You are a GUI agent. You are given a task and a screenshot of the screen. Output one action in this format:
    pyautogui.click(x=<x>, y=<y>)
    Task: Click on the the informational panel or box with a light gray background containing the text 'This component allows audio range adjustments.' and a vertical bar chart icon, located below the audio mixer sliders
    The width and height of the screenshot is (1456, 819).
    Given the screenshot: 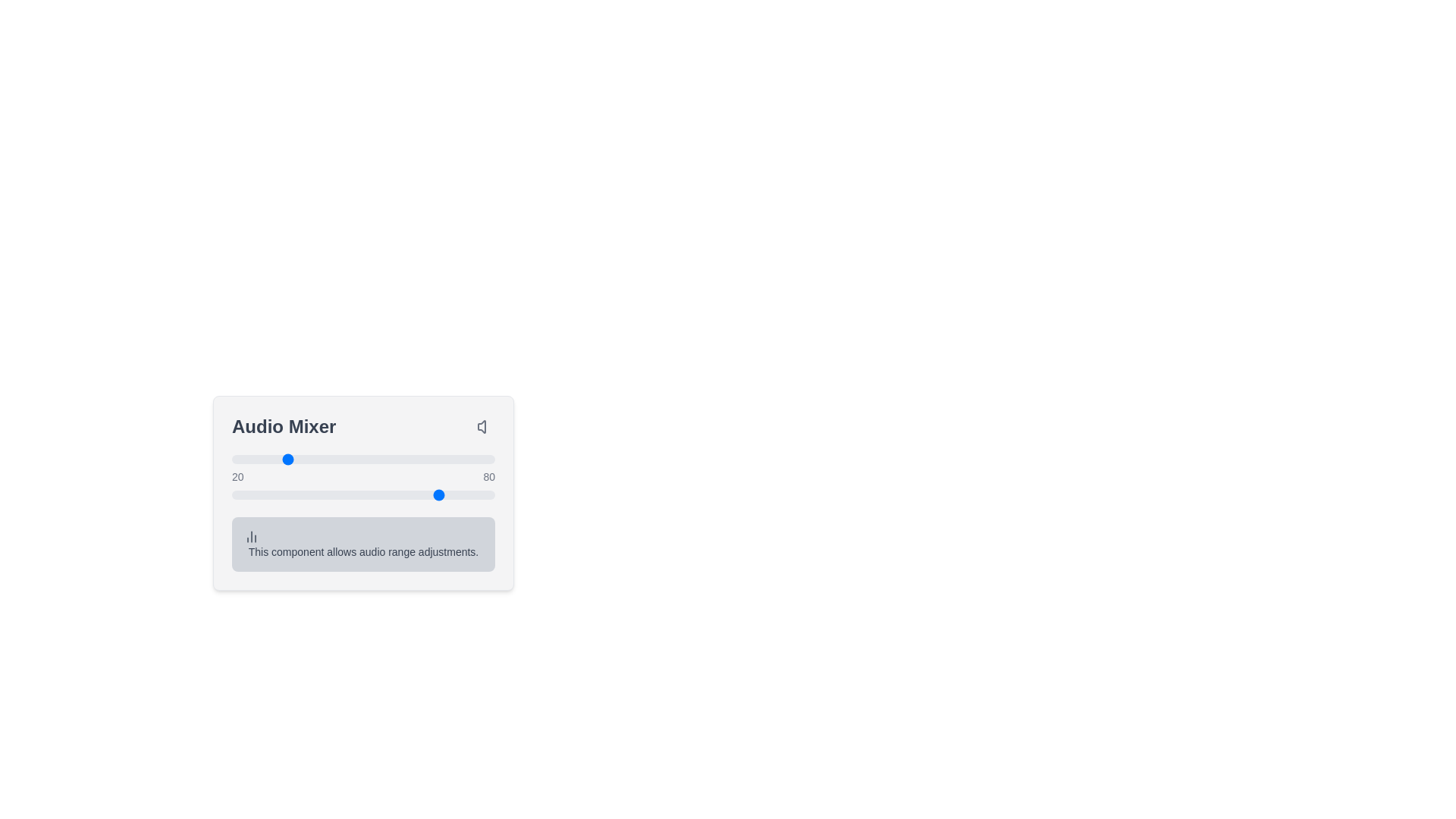 What is the action you would take?
    pyautogui.click(x=362, y=543)
    